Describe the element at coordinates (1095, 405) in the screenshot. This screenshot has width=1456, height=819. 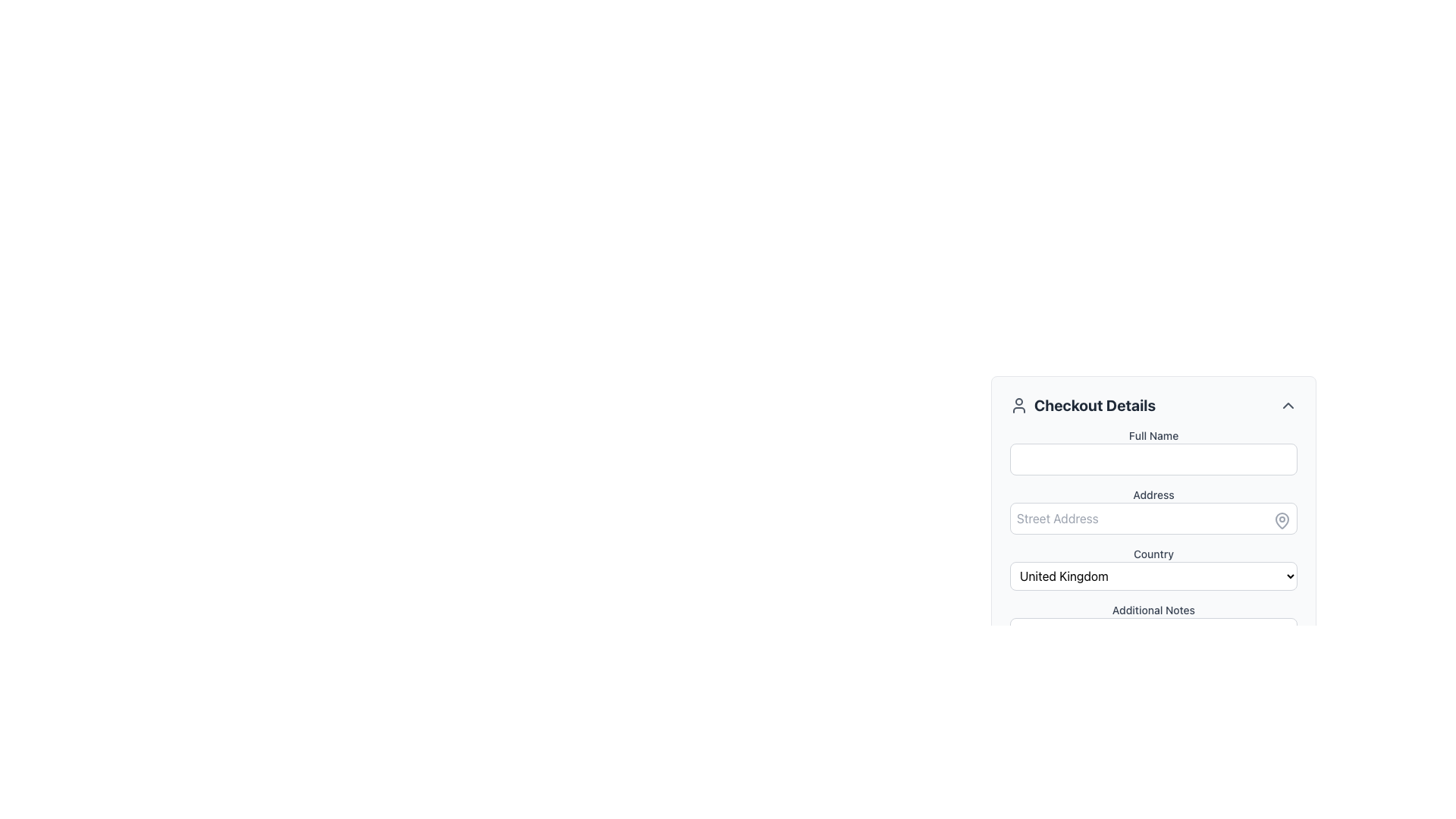
I see `text from the Text Label that serves as a header for the form, located to the right of a user profile icon` at that location.